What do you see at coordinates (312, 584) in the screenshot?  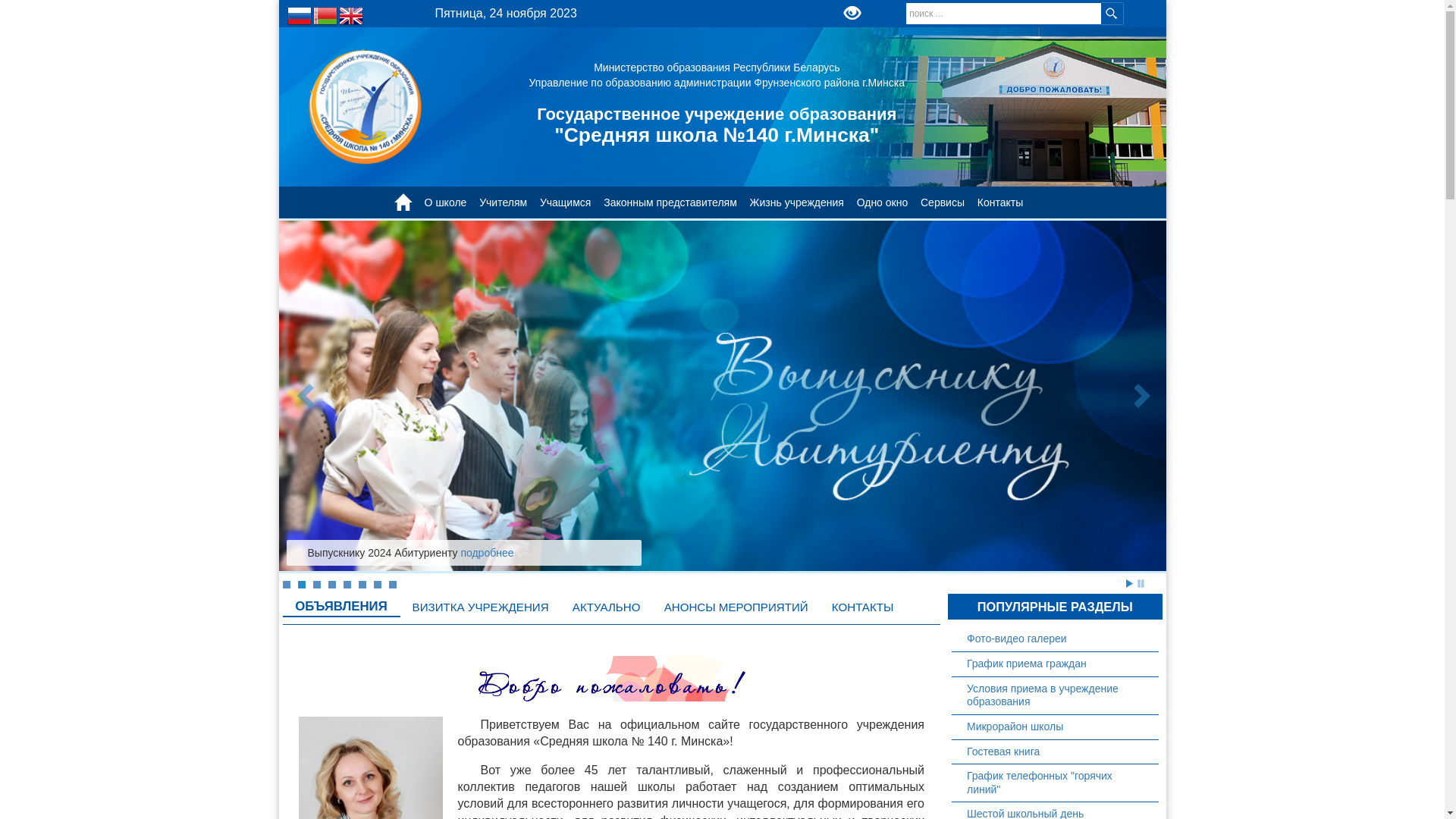 I see `'3'` at bounding box center [312, 584].